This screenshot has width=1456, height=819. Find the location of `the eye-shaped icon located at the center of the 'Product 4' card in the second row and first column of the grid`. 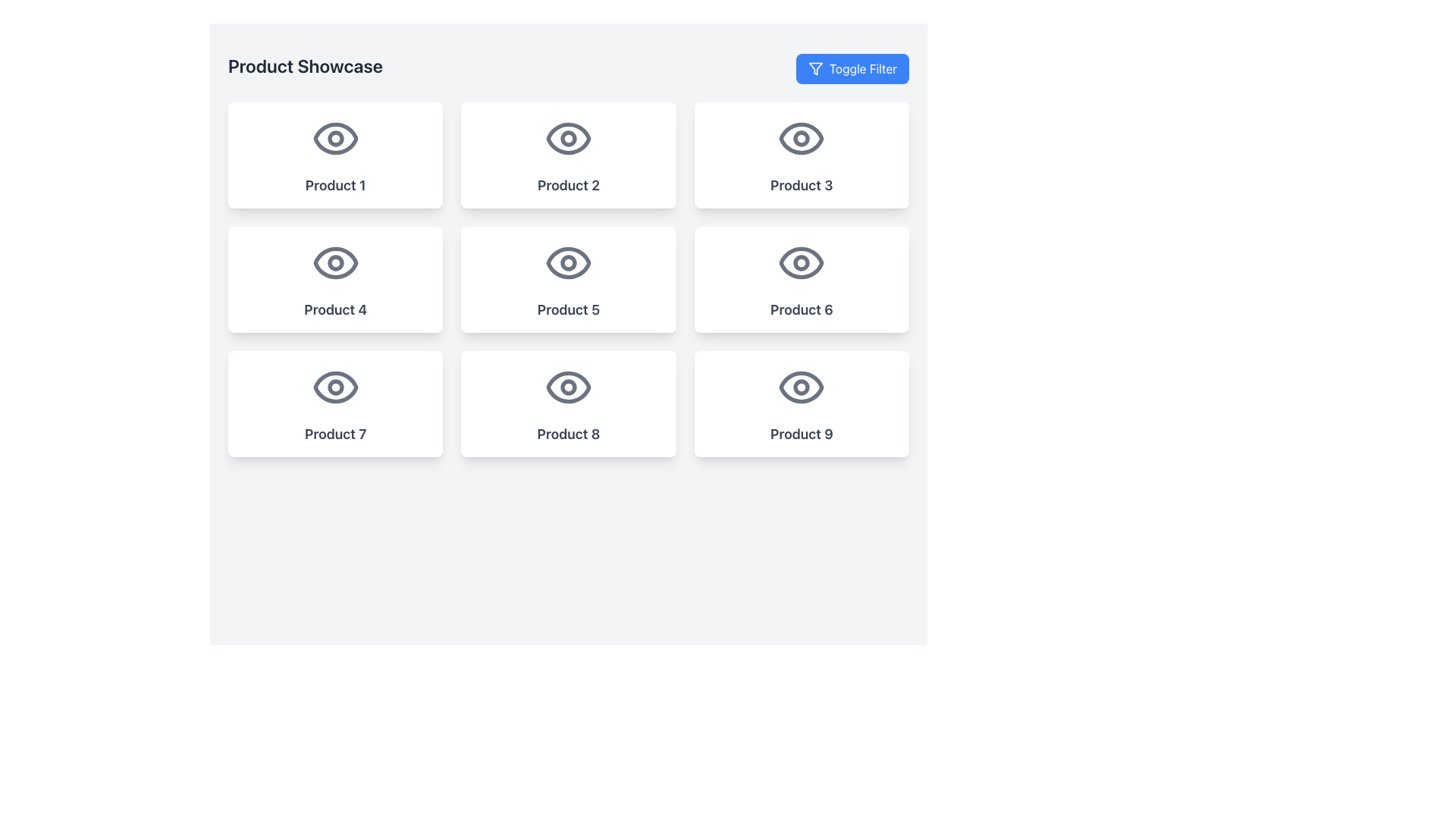

the eye-shaped icon located at the center of the 'Product 4' card in the second row and first column of the grid is located at coordinates (334, 262).